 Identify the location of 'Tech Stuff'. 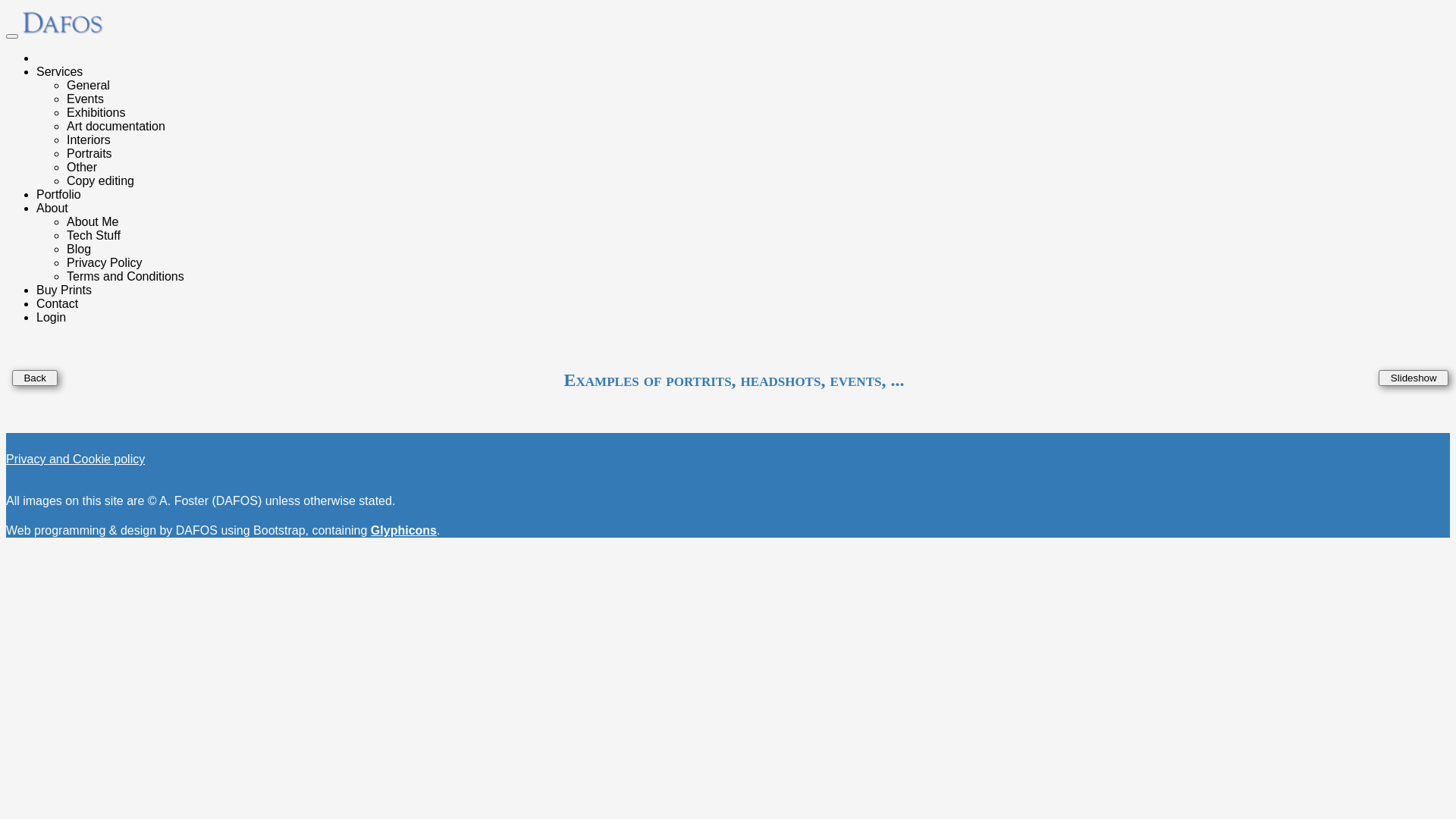
(65, 235).